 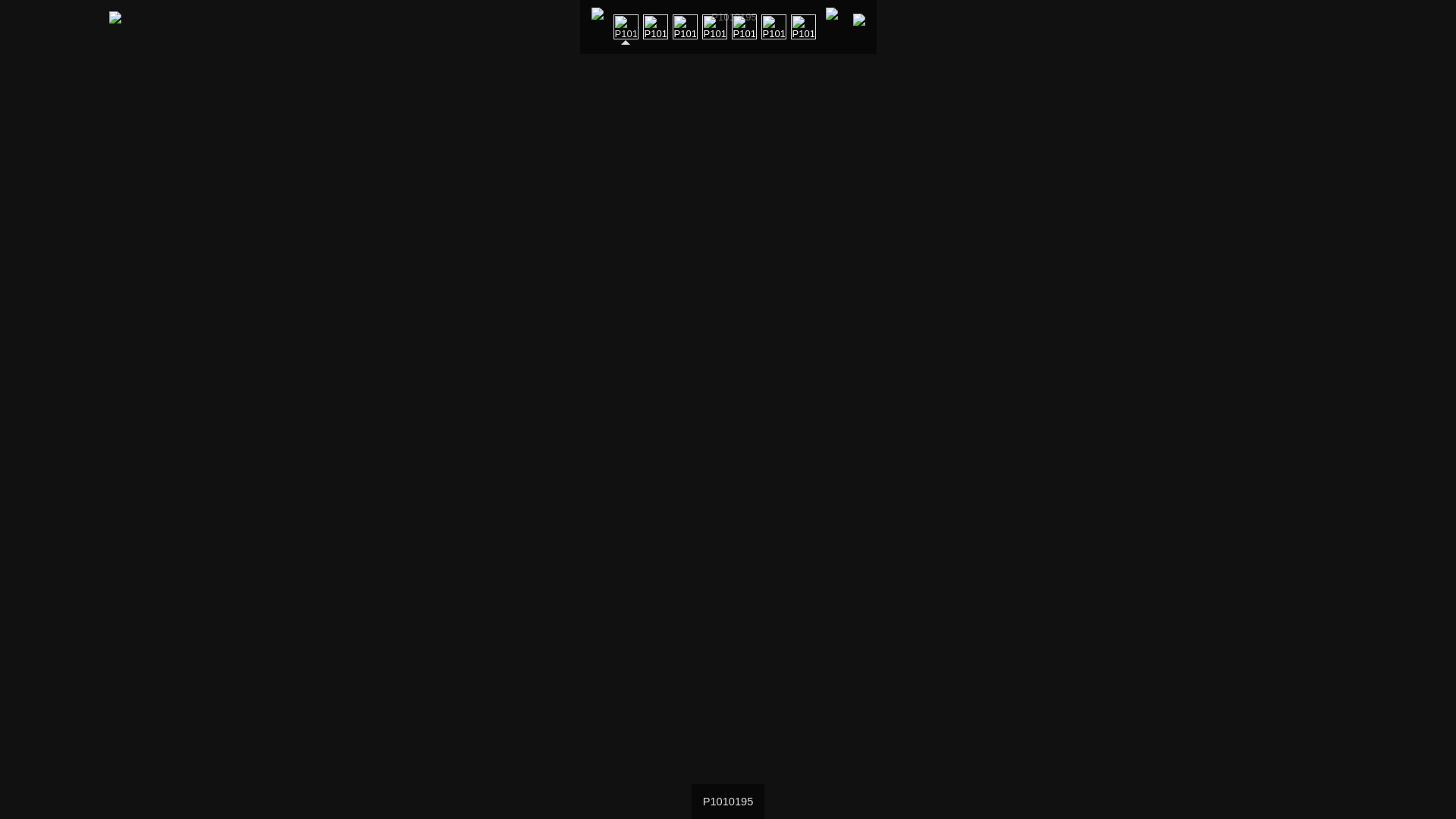 I want to click on 'To index page', so click(x=596, y=27).